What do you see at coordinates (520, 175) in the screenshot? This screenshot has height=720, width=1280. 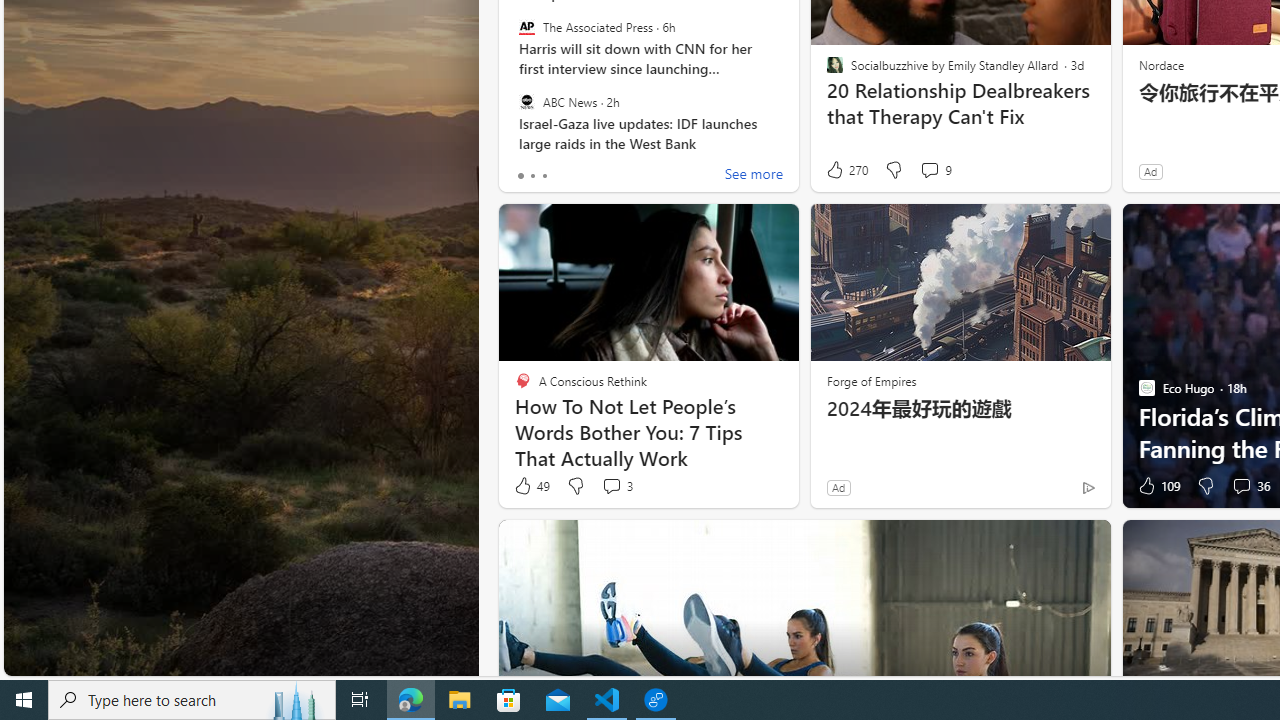 I see `'tab-0'` at bounding box center [520, 175].